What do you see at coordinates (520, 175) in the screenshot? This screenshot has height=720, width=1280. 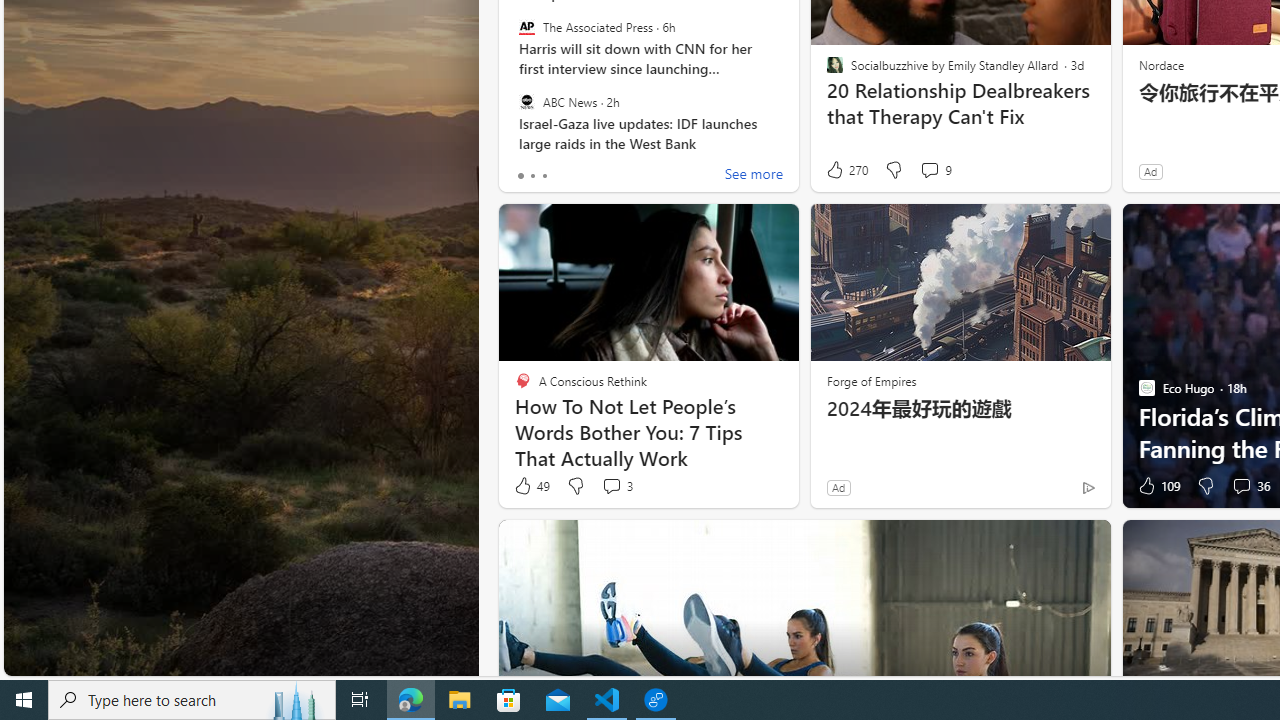 I see `'tab-0'` at bounding box center [520, 175].